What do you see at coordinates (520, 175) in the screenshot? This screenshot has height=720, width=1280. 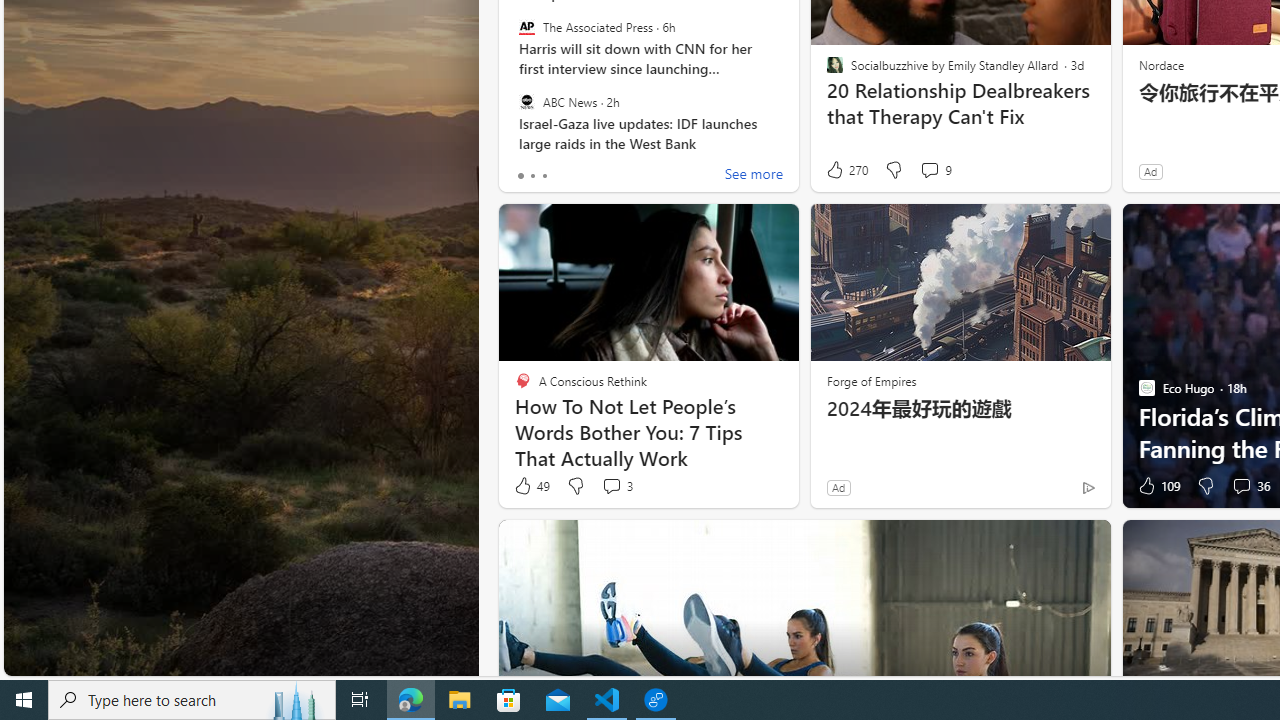 I see `'tab-0'` at bounding box center [520, 175].